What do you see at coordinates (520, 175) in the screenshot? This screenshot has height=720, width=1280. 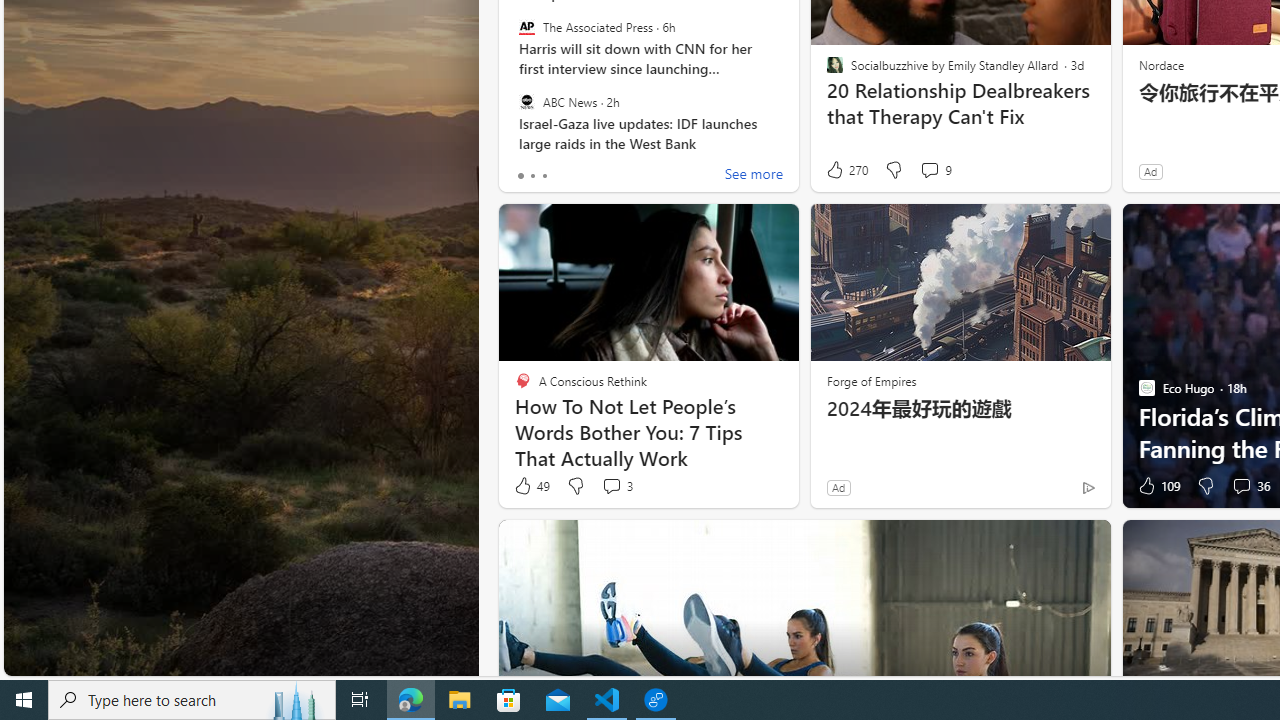 I see `'tab-0'` at bounding box center [520, 175].